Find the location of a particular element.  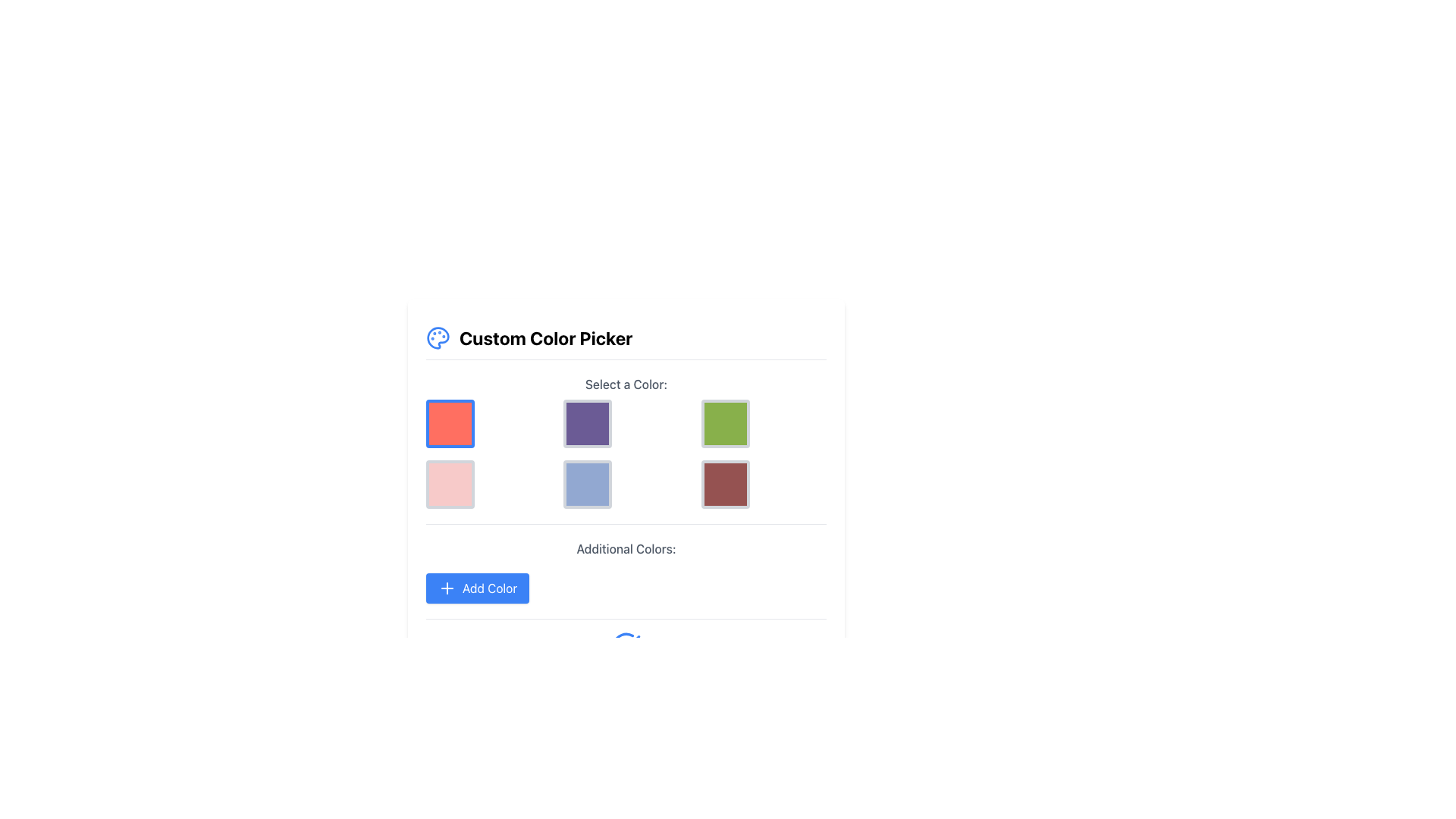

the circular icon with a blue outline and colorful spots located next to the 'Custom Color Picker' header is located at coordinates (437, 337).